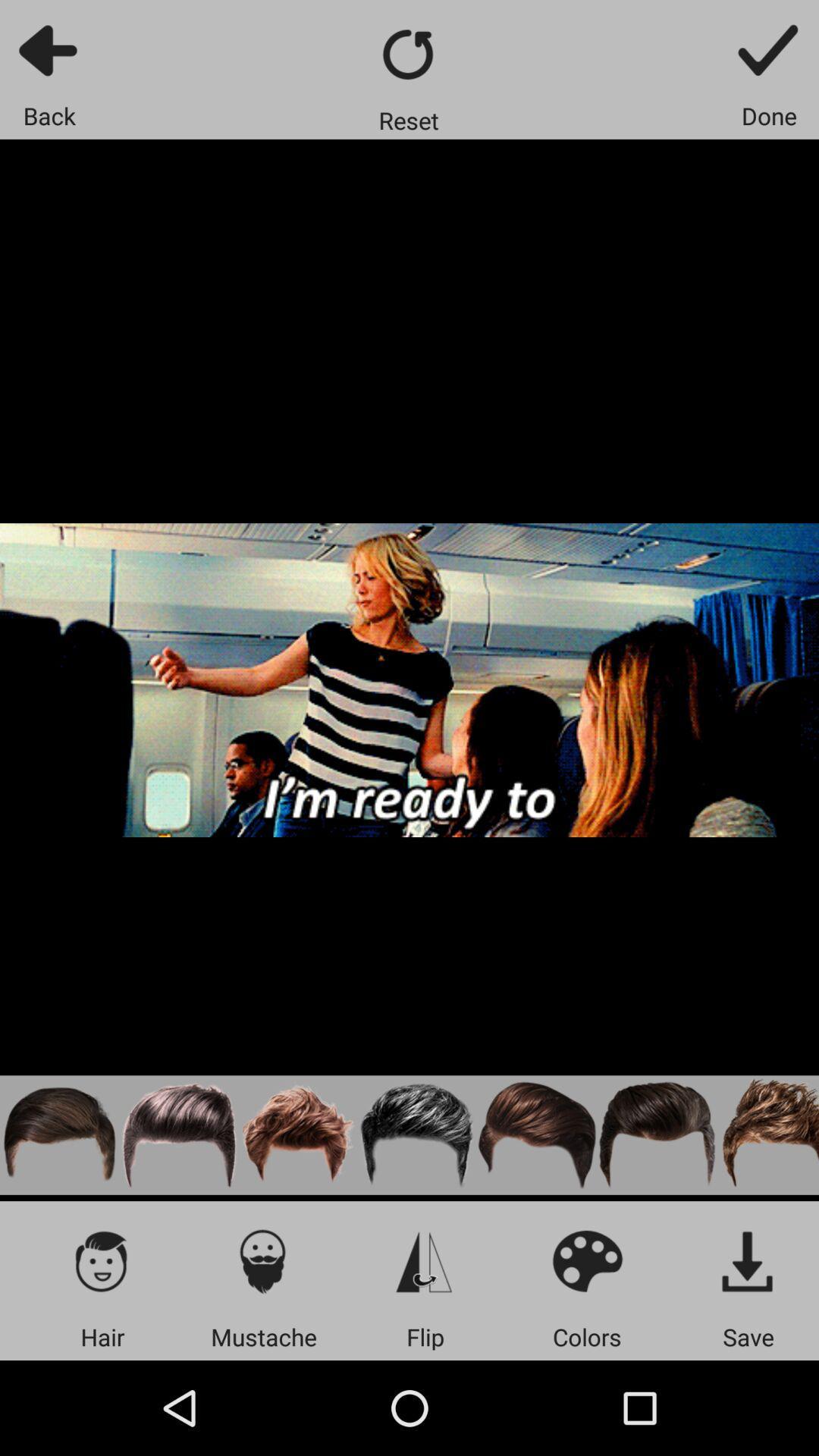 Image resolution: width=819 pixels, height=1456 pixels. Describe the element at coordinates (425, 1260) in the screenshot. I see `flip` at that location.